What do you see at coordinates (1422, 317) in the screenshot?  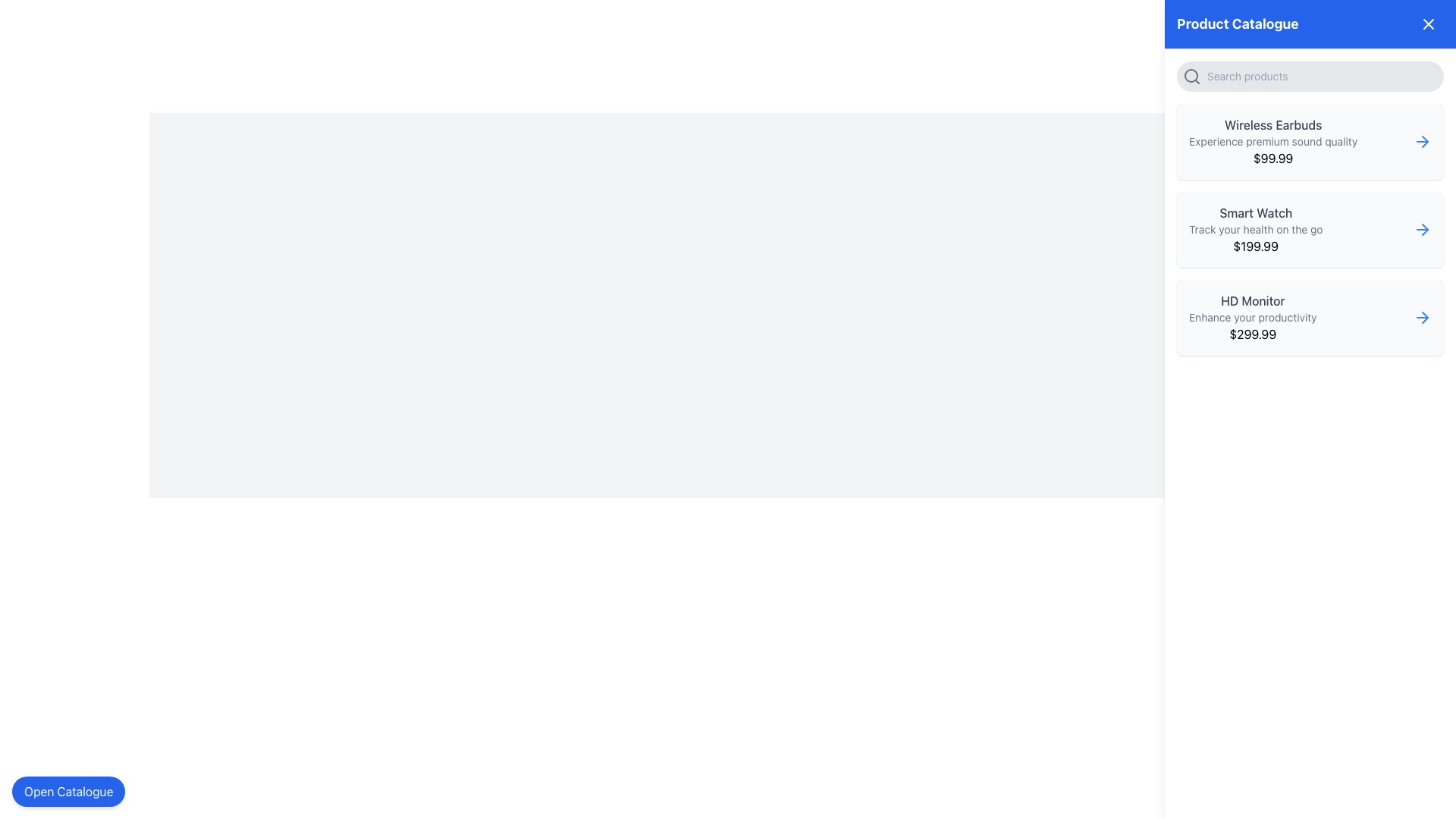 I see `the blue right-pointing arrow icon located in the top-right corner of the item card labeled 'HD Monitor Enhance your productivity $299.99'` at bounding box center [1422, 317].